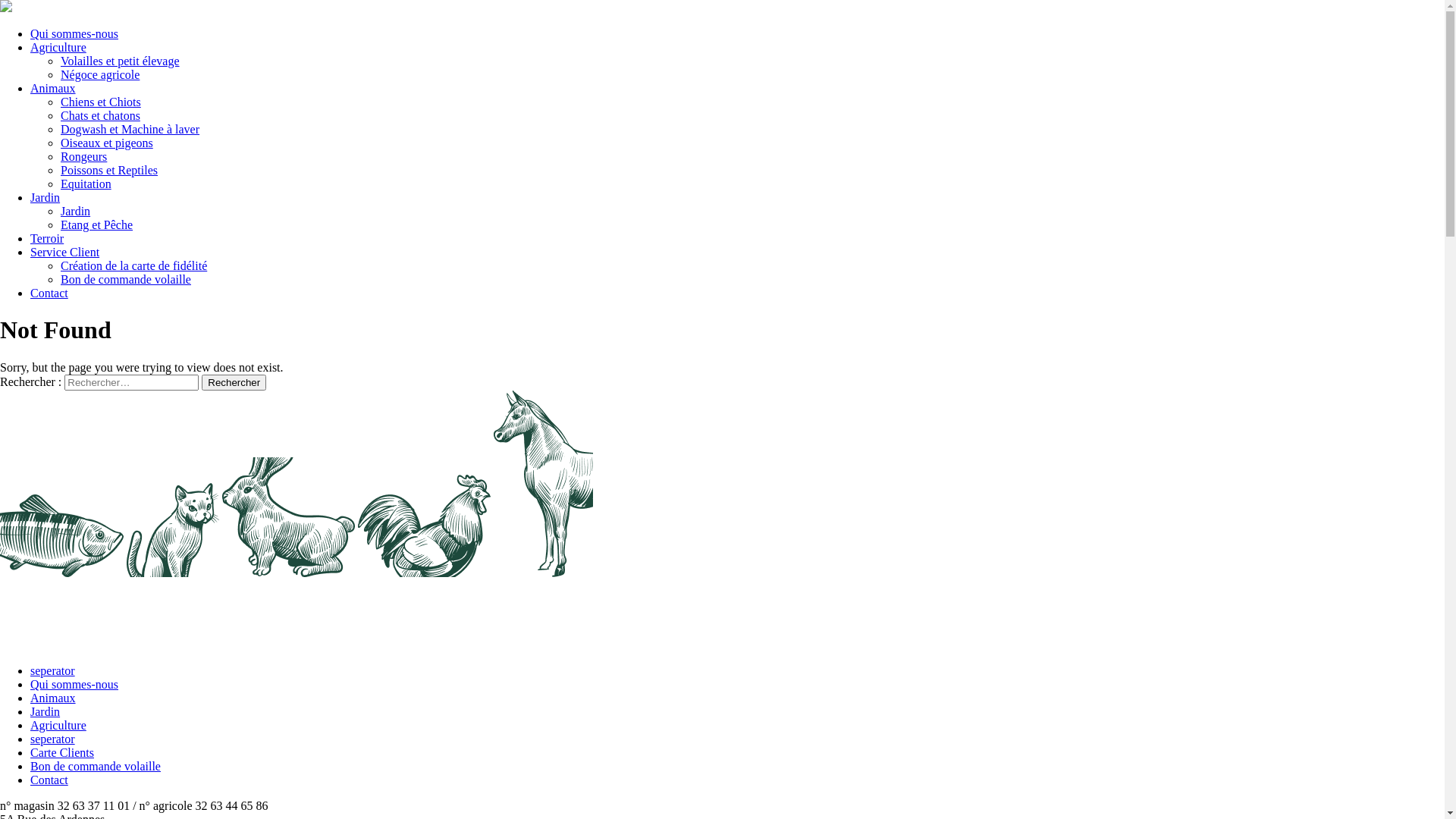 The width and height of the screenshot is (1456, 819). What do you see at coordinates (73, 33) in the screenshot?
I see `'Qui sommes-nous'` at bounding box center [73, 33].